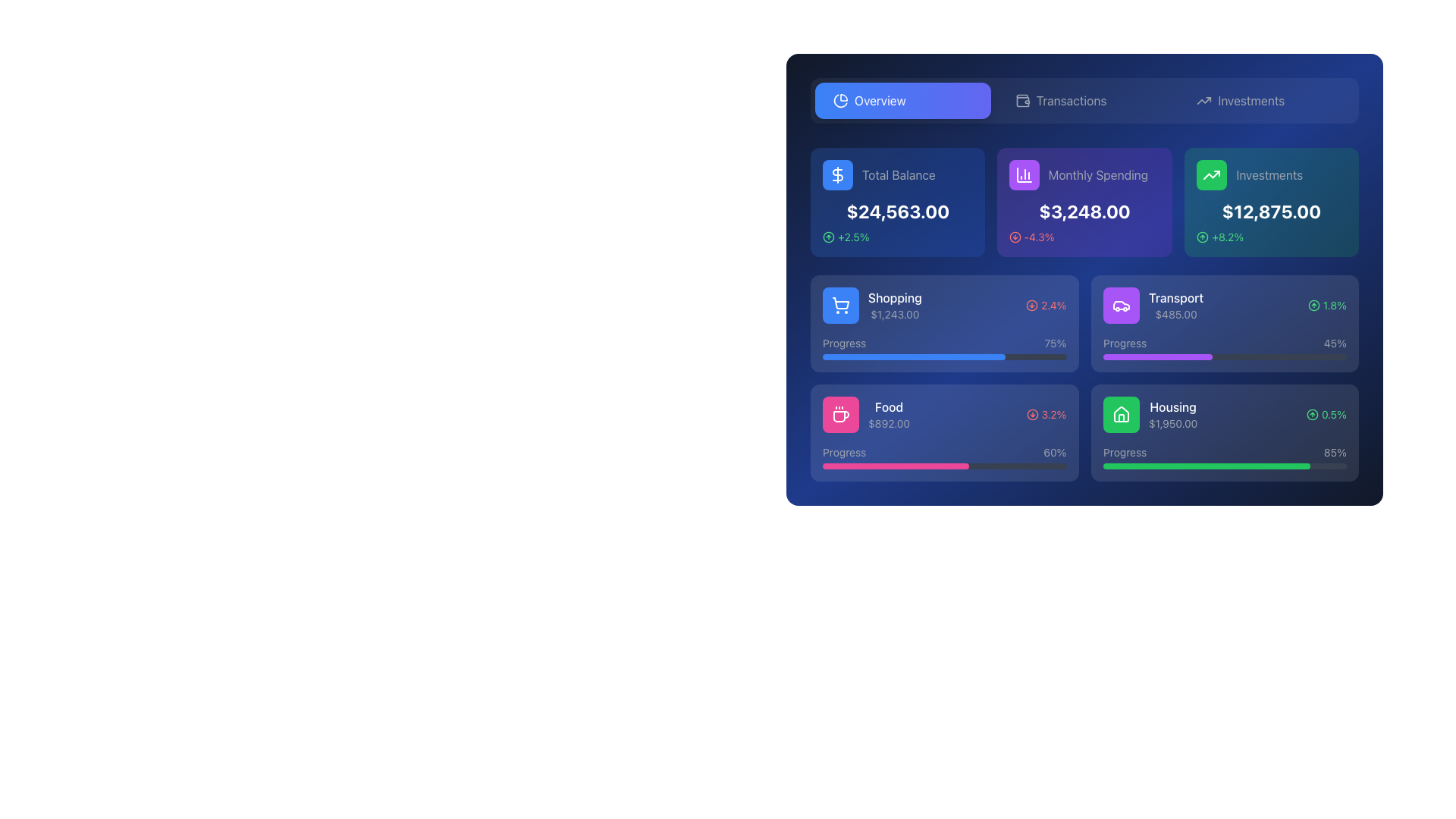 The height and width of the screenshot is (819, 1456). Describe the element at coordinates (1045, 305) in the screenshot. I see `the red text displaying '2.4%' with the accompanying arrow-down icon in the 'Shopping' section of the dashboard` at that location.